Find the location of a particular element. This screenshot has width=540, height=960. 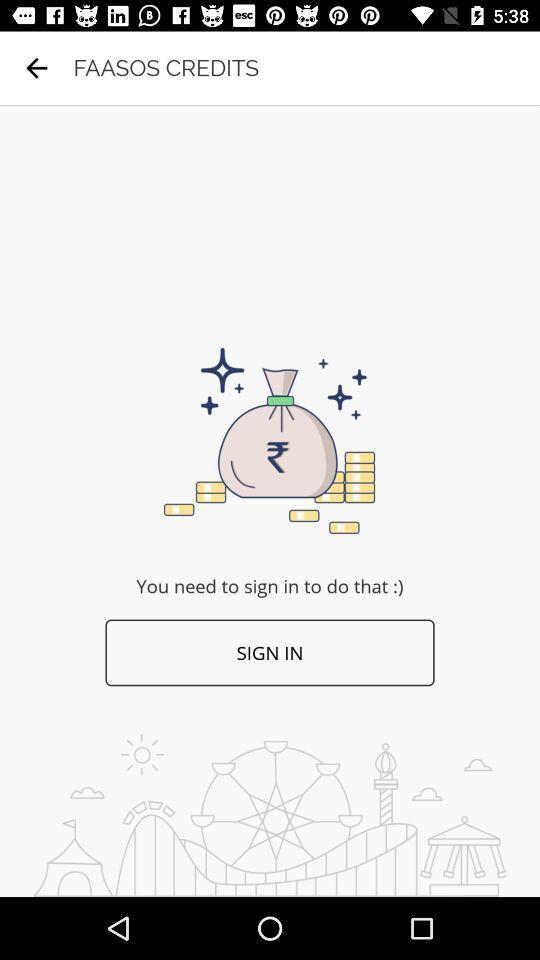

item above you need to item is located at coordinates (36, 68).